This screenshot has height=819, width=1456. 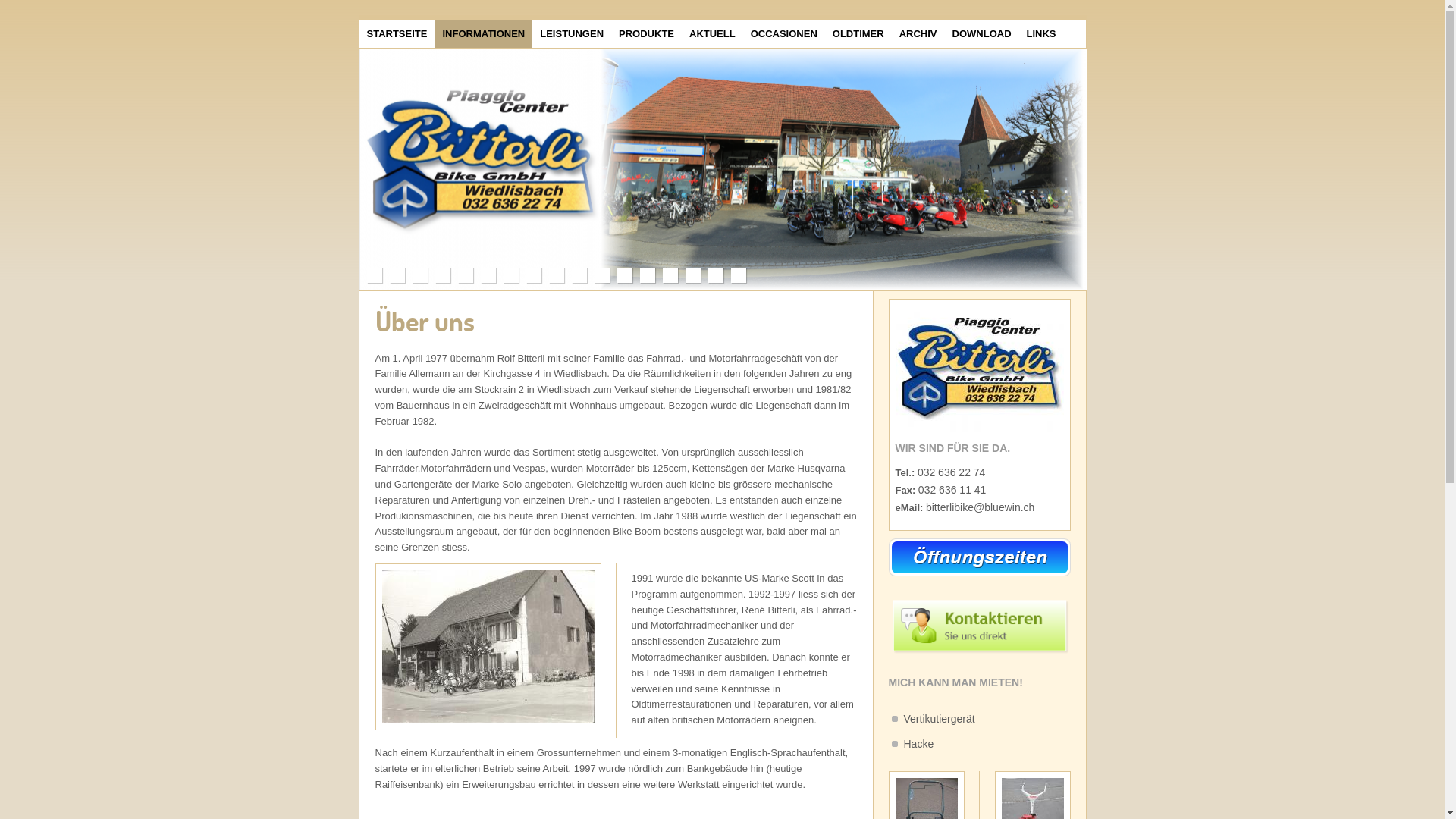 I want to click on 'STARTSEITE', so click(x=359, y=33).